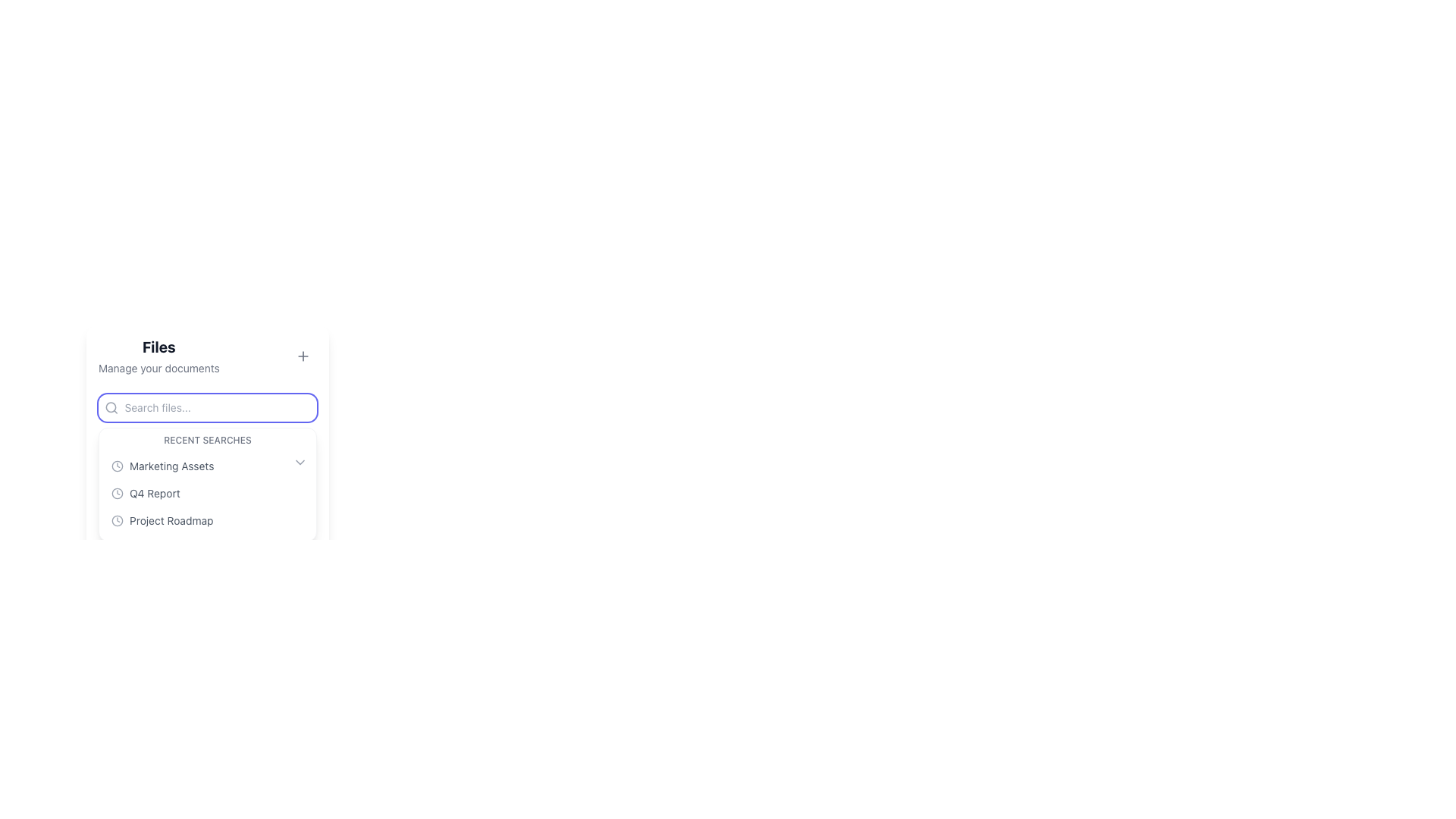 The width and height of the screenshot is (1456, 819). What do you see at coordinates (206, 465) in the screenshot?
I see `the interactive list item labeled 'Marketing Assets'` at bounding box center [206, 465].